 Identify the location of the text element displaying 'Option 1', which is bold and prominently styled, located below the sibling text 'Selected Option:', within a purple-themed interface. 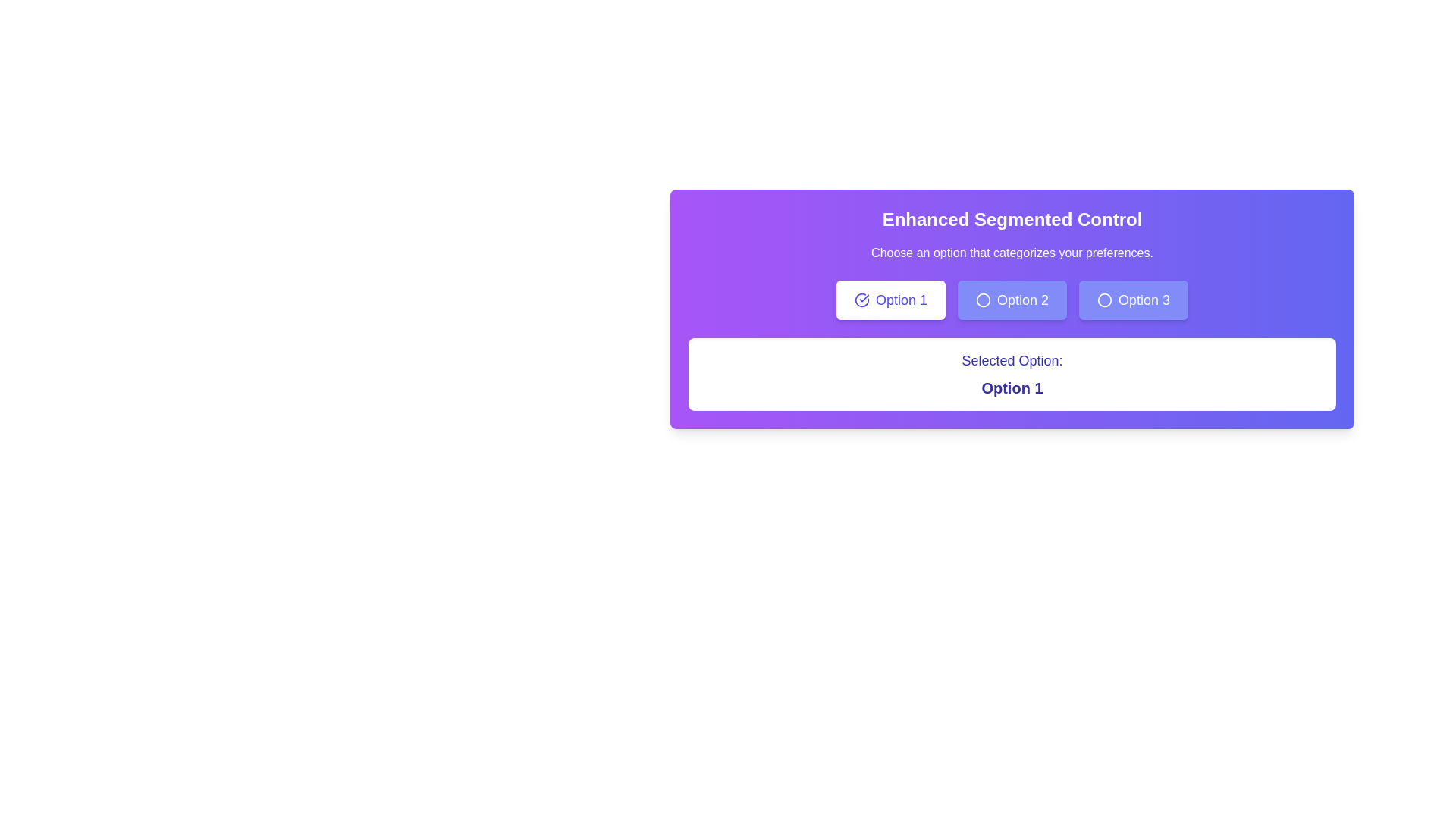
(1012, 388).